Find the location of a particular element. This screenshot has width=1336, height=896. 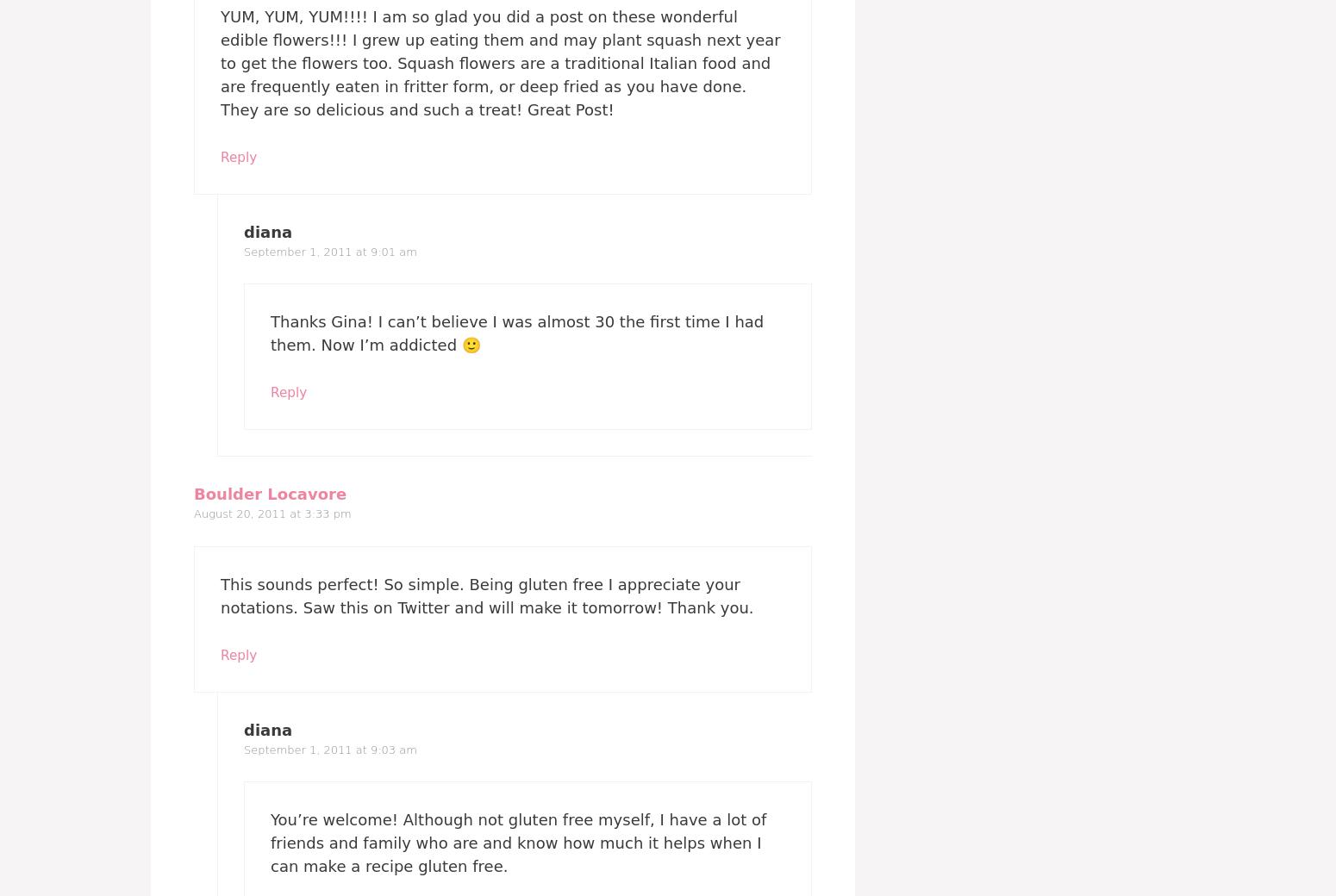

'Boulder Locavore' is located at coordinates (269, 493).